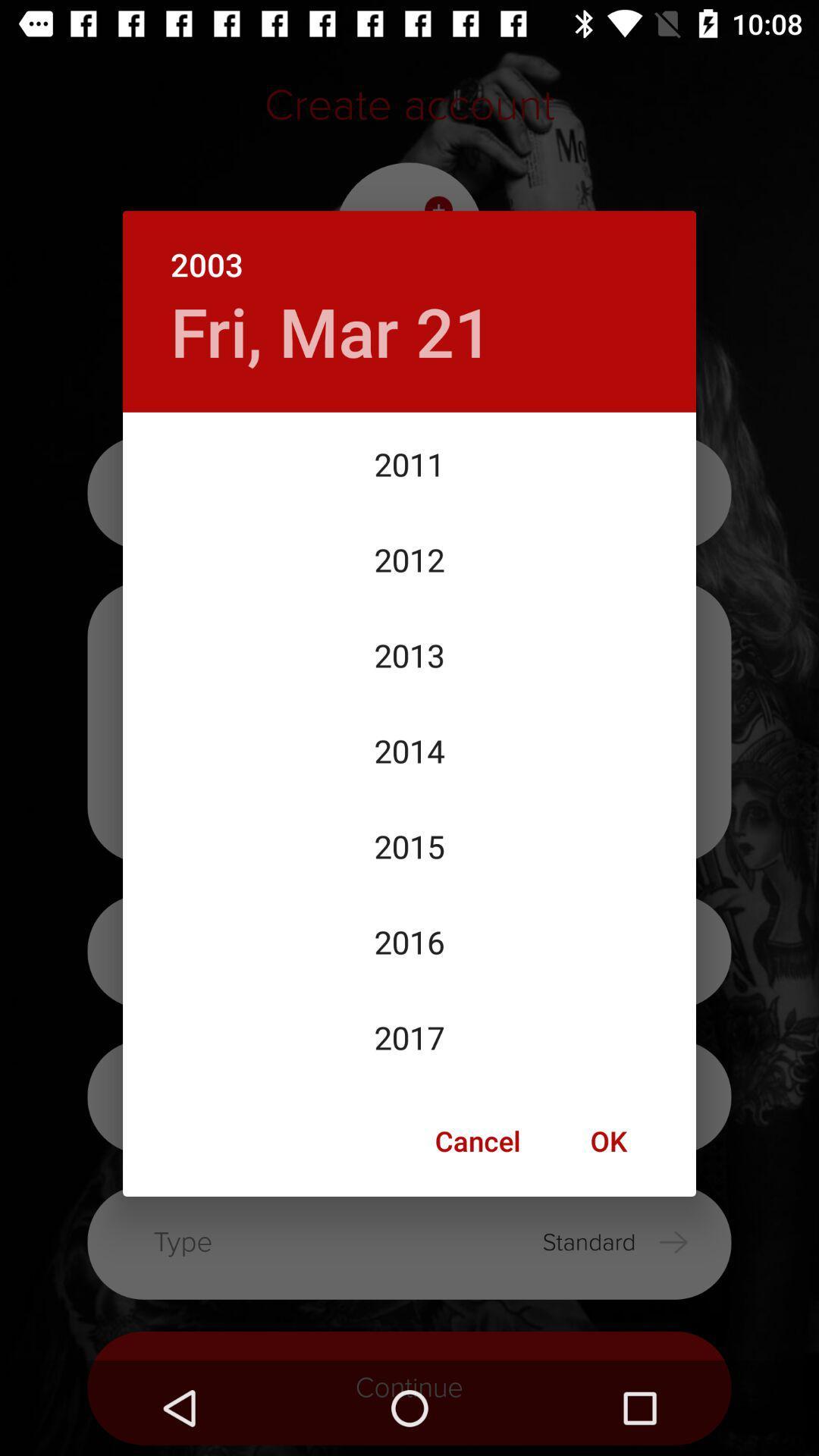  What do you see at coordinates (607, 1141) in the screenshot?
I see `icon at the bottom right corner` at bounding box center [607, 1141].